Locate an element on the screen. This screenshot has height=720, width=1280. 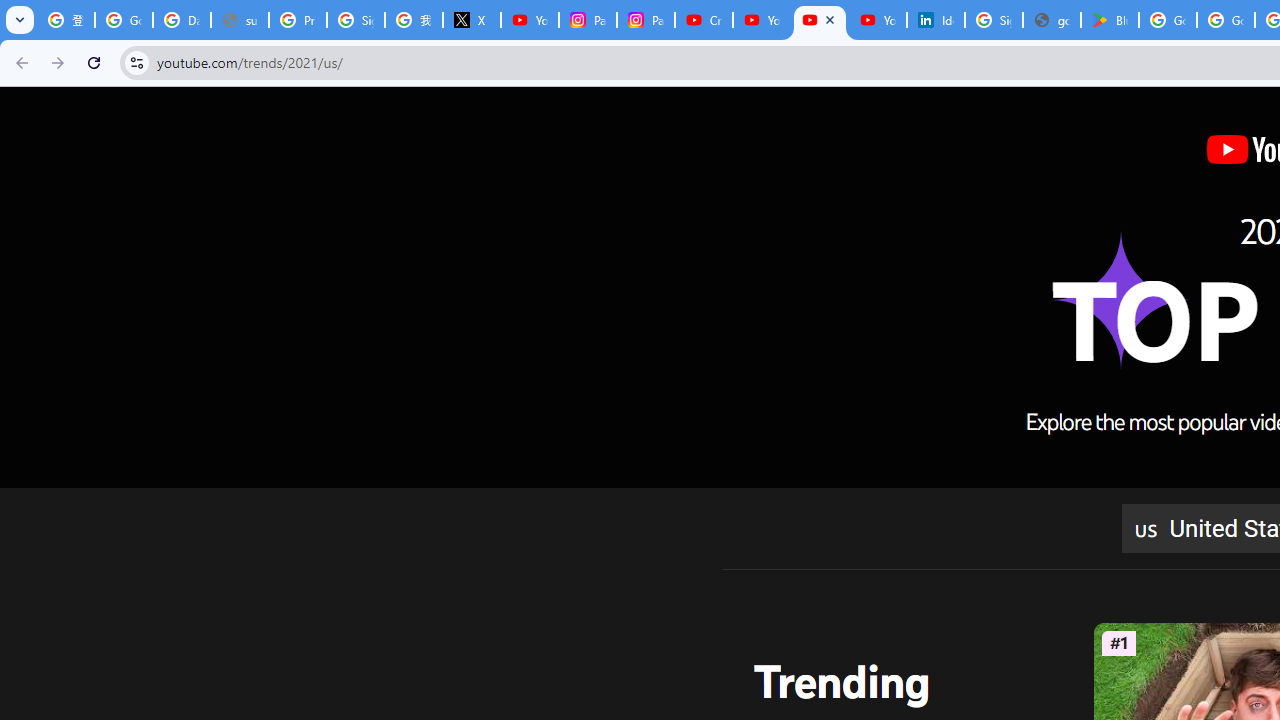
'YouTube Culture & Trends - YouTube Top 10, 2021' is located at coordinates (819, 20).